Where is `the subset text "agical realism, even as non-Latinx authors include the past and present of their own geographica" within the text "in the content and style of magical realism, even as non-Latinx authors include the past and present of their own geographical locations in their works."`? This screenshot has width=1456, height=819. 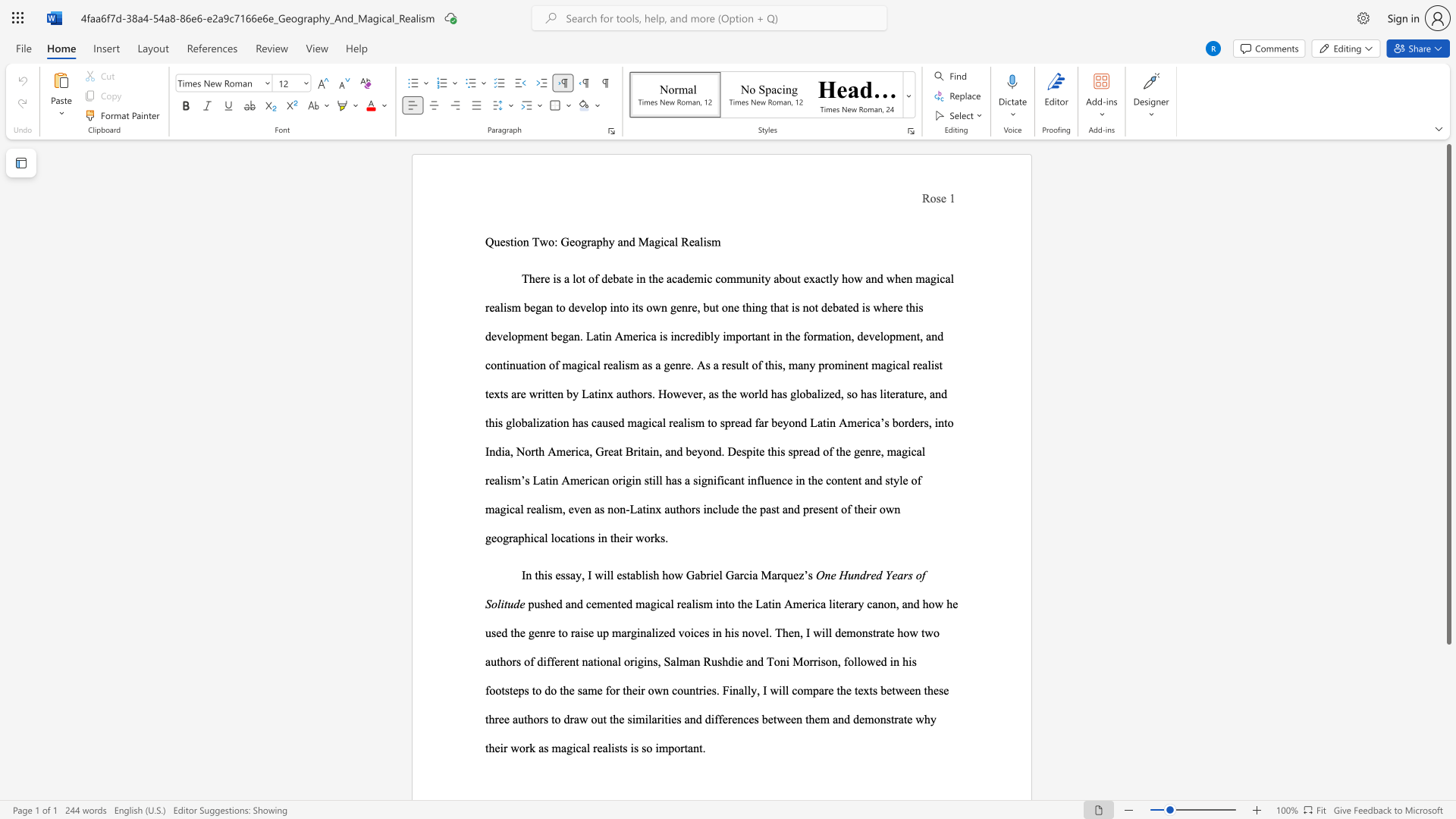
the subset text "agical realism, even as non-Latinx authors include the past and present of their own geographica" within the text "in the content and style of magical realism, even as non-Latinx authors include the past and present of their own geographical locations in their works." is located at coordinates (494, 509).